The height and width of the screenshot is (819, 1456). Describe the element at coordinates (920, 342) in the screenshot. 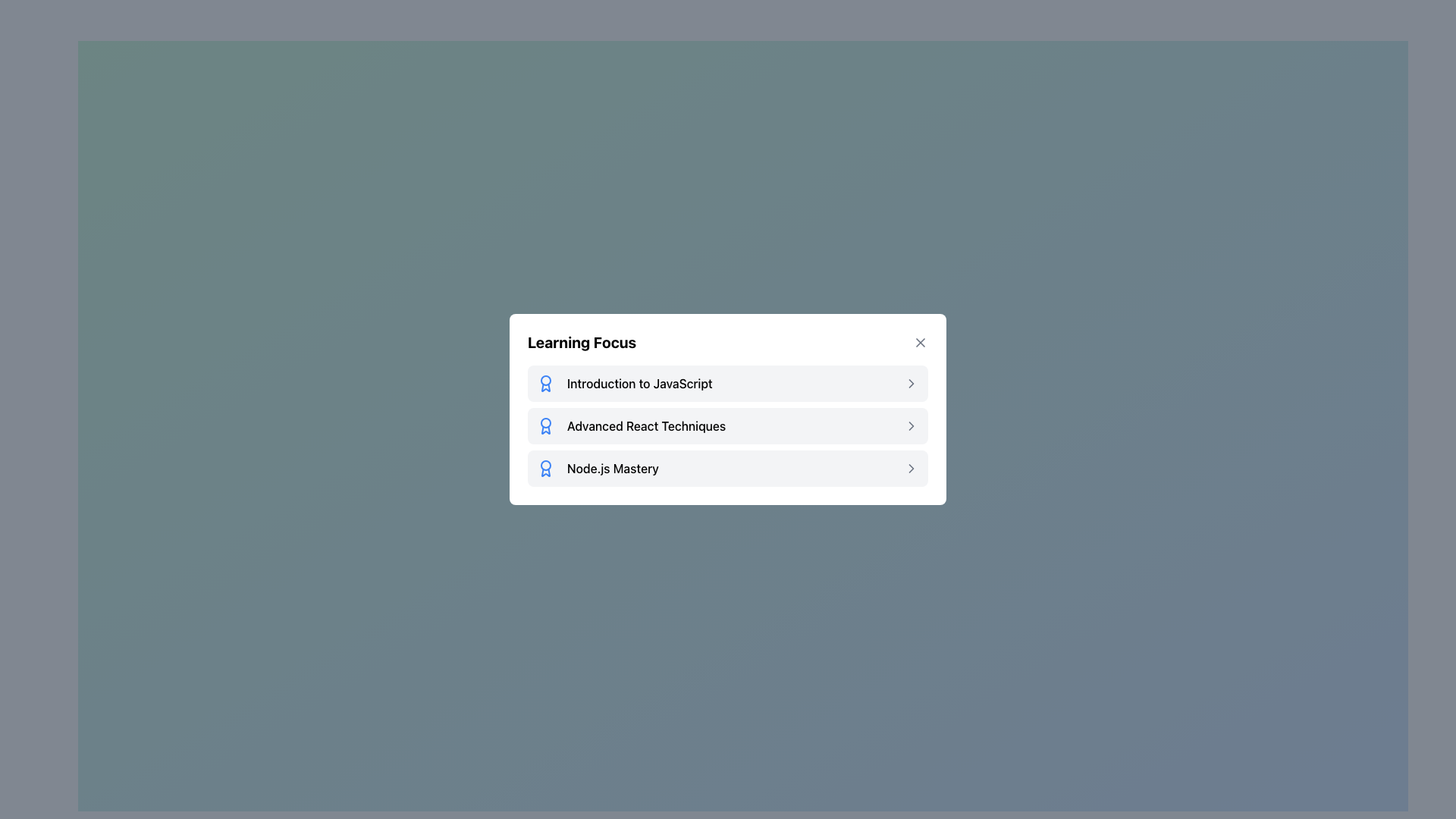

I see `the small square-shaped button with a white background and an 'X' in the center, located at the top-right corner of the 'Learning Focus' card` at that location.